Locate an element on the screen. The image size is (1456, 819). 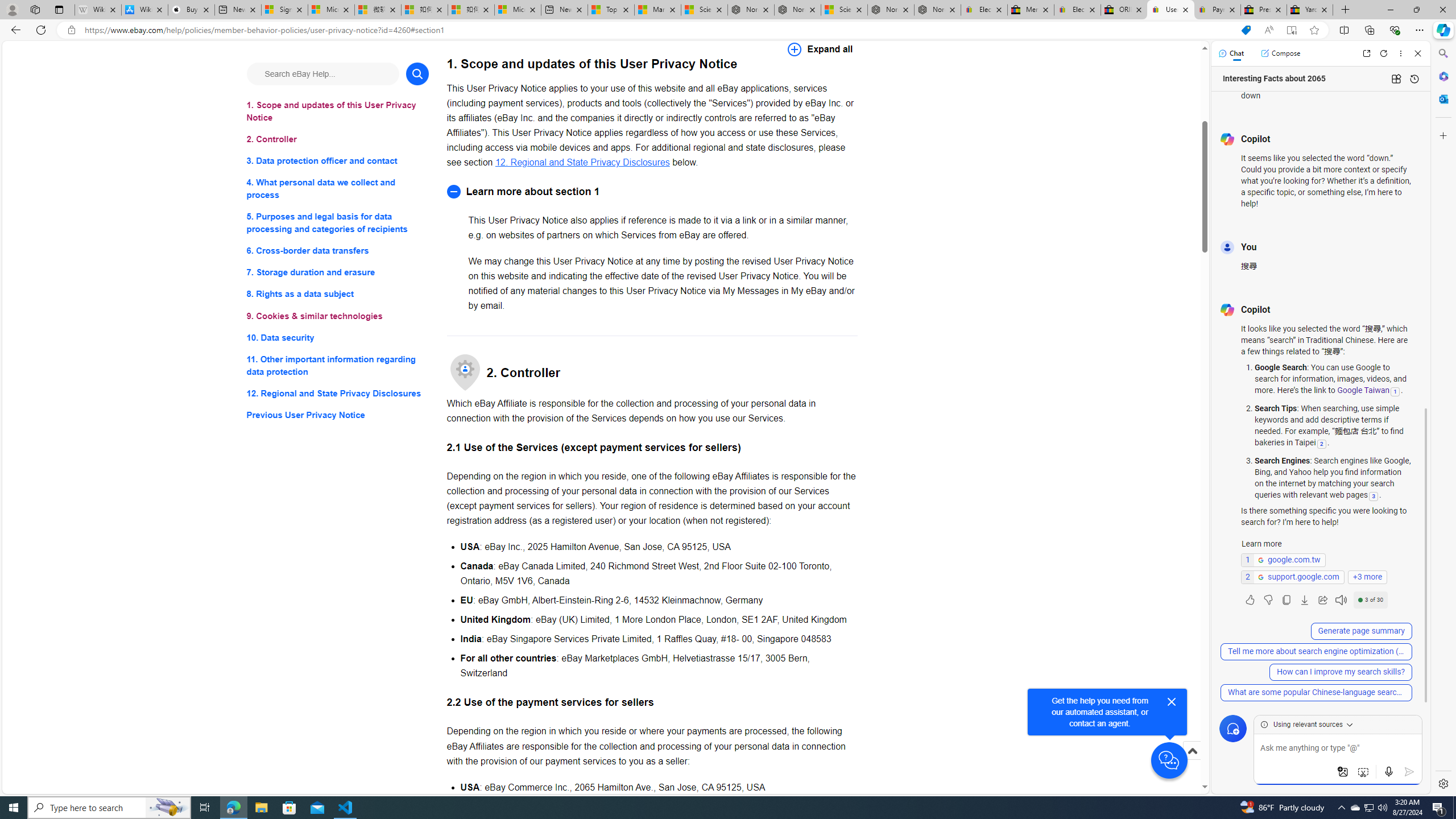
'1. Scope and updates of this User Privacy Notice' is located at coordinates (337, 111).